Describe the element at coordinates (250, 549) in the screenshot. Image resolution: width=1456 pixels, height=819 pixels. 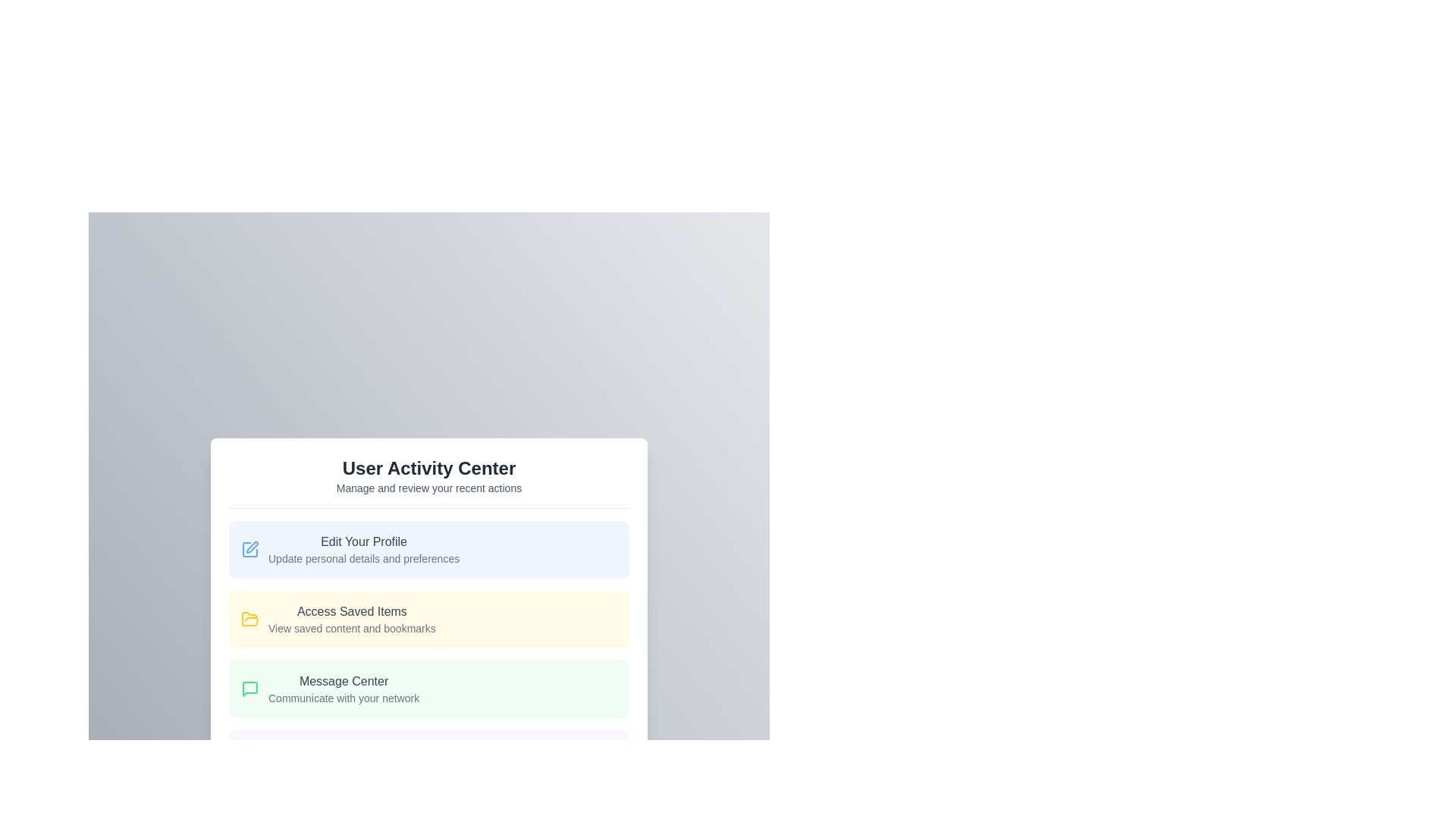
I see `the 'Edit Your Profile' icon located in the topmost row of the list, which is on the left side of the 'Edit Your Profile' text` at that location.